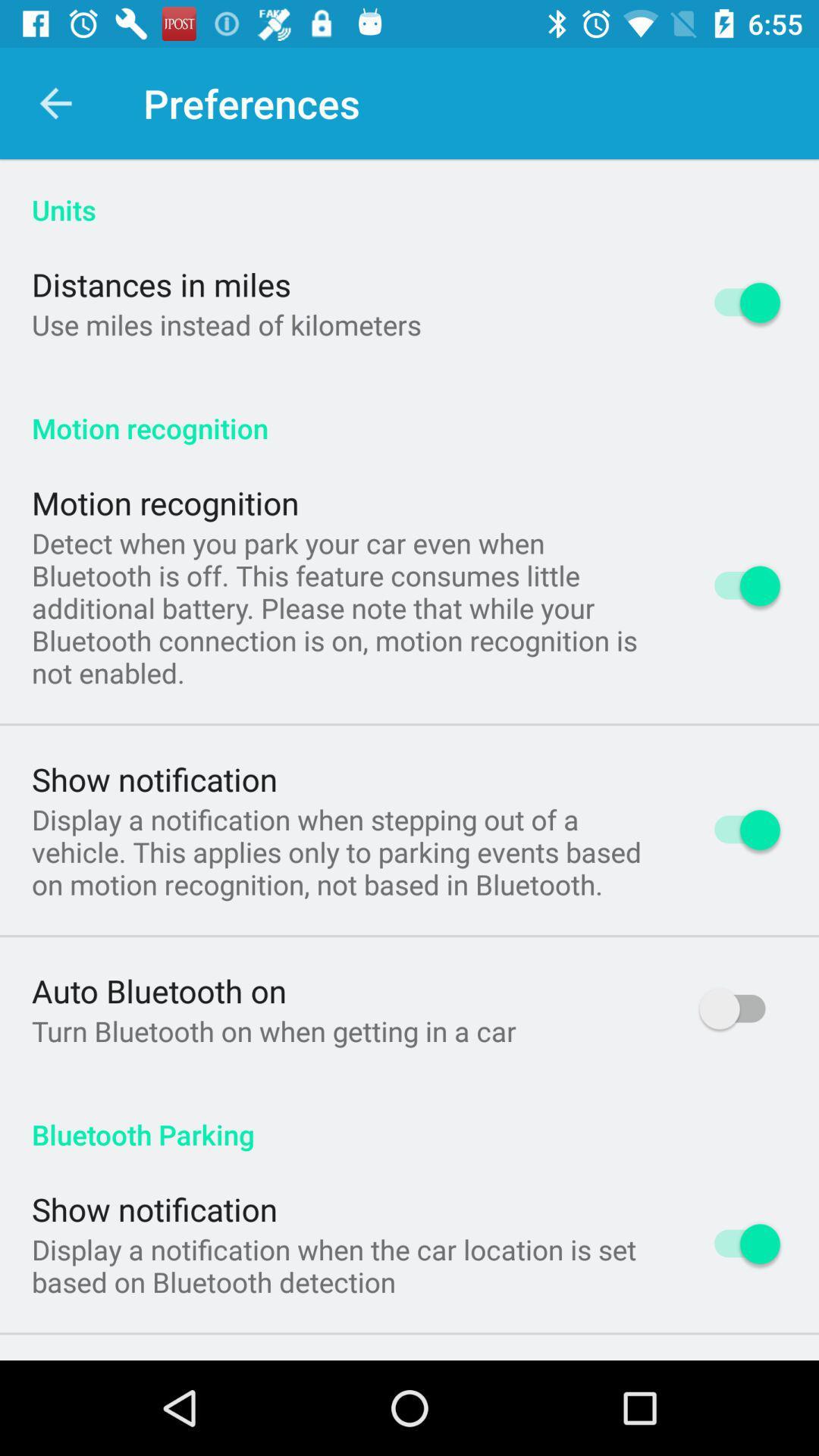  What do you see at coordinates (55, 102) in the screenshot?
I see `item to the left of preferences icon` at bounding box center [55, 102].